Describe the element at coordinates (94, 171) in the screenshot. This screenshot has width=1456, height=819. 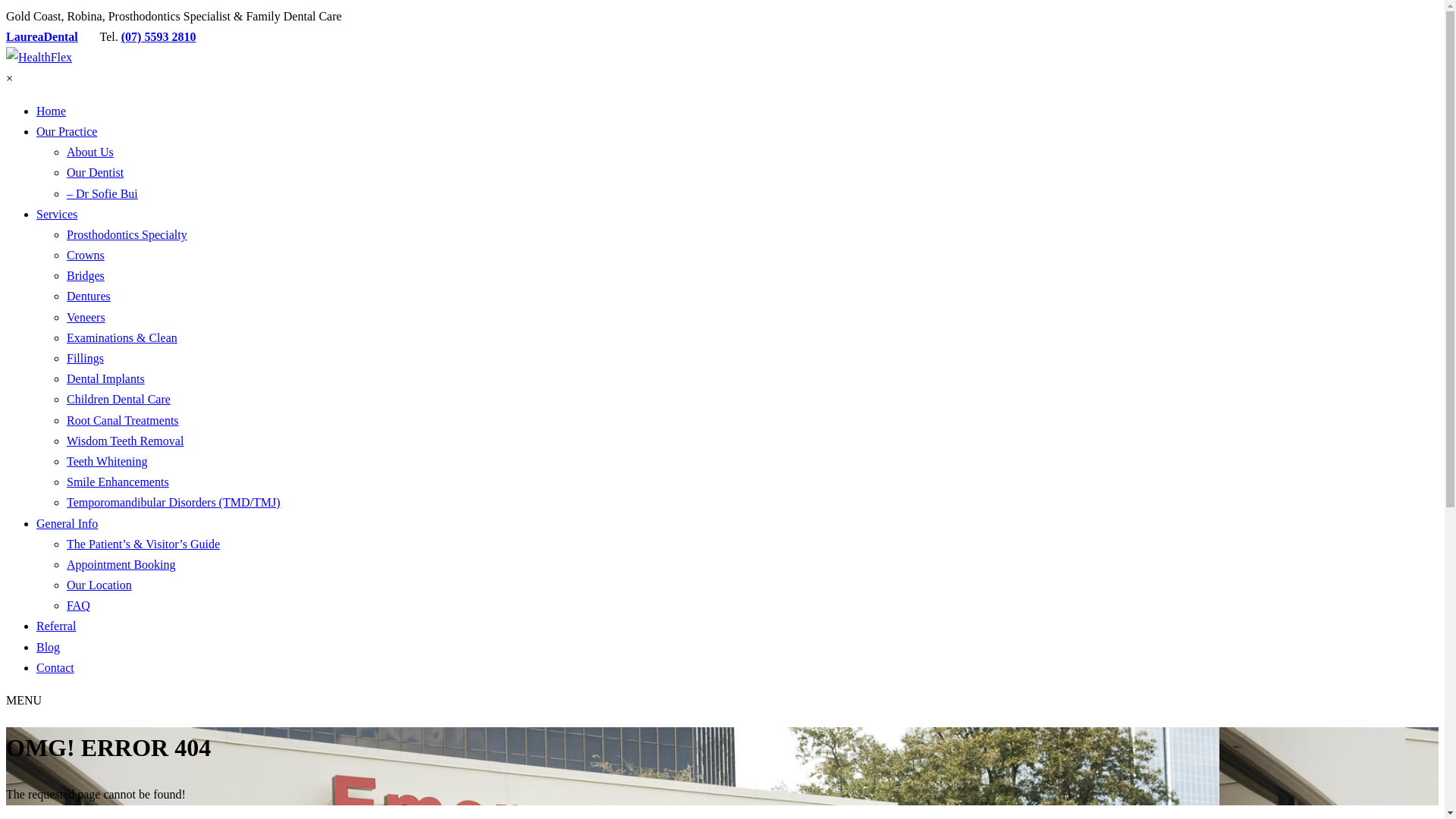
I see `'Our Dentist'` at that location.